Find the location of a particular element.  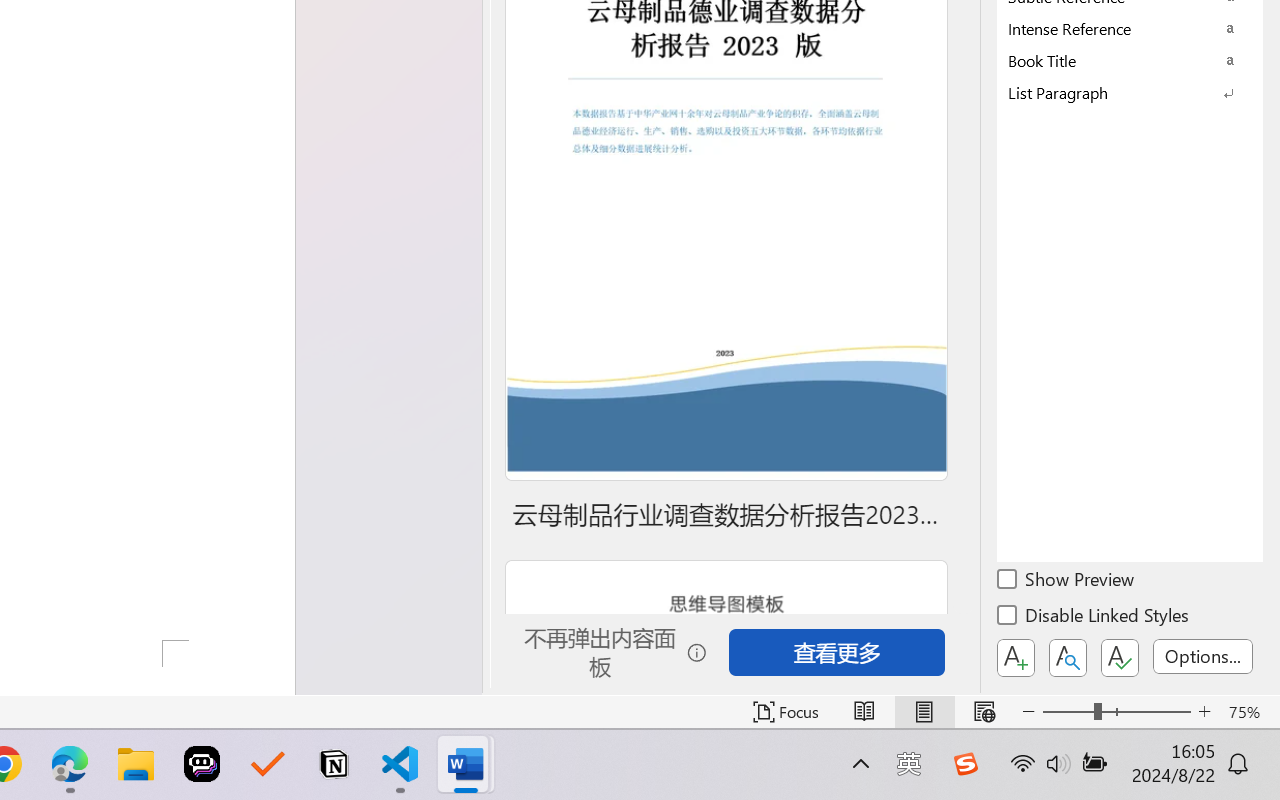

'Class: Image' is located at coordinates (965, 764).